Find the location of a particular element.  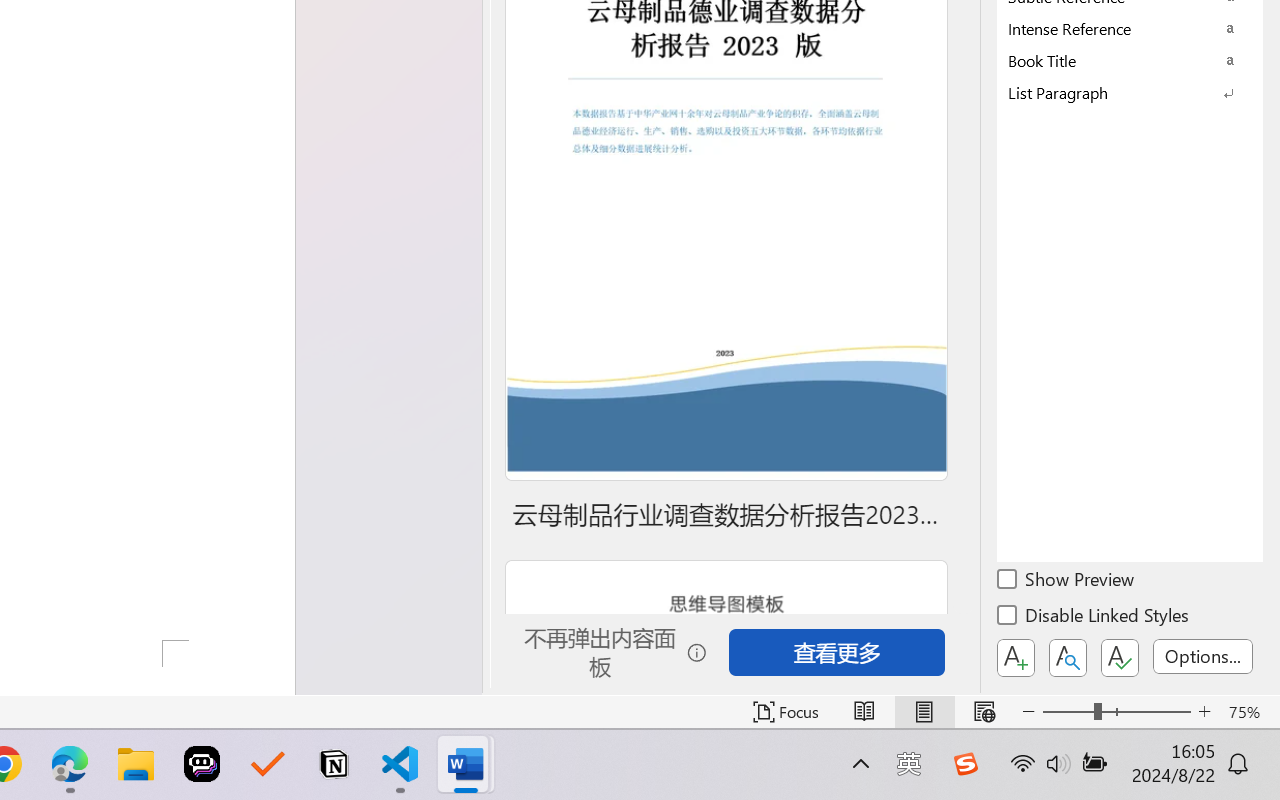

'Class: Image' is located at coordinates (965, 764).